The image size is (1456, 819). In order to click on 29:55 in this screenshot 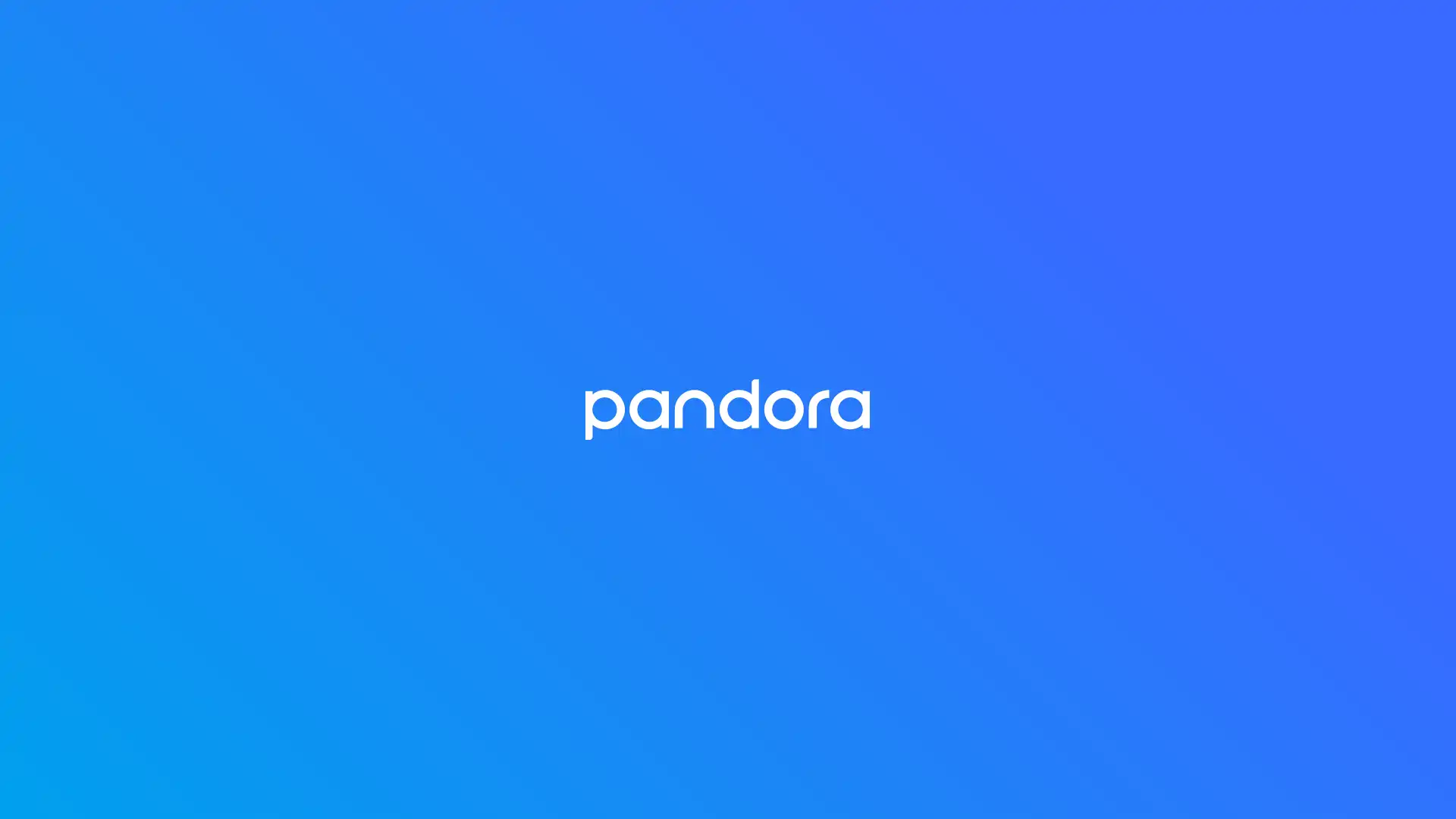, I will do `click(1256, 414)`.